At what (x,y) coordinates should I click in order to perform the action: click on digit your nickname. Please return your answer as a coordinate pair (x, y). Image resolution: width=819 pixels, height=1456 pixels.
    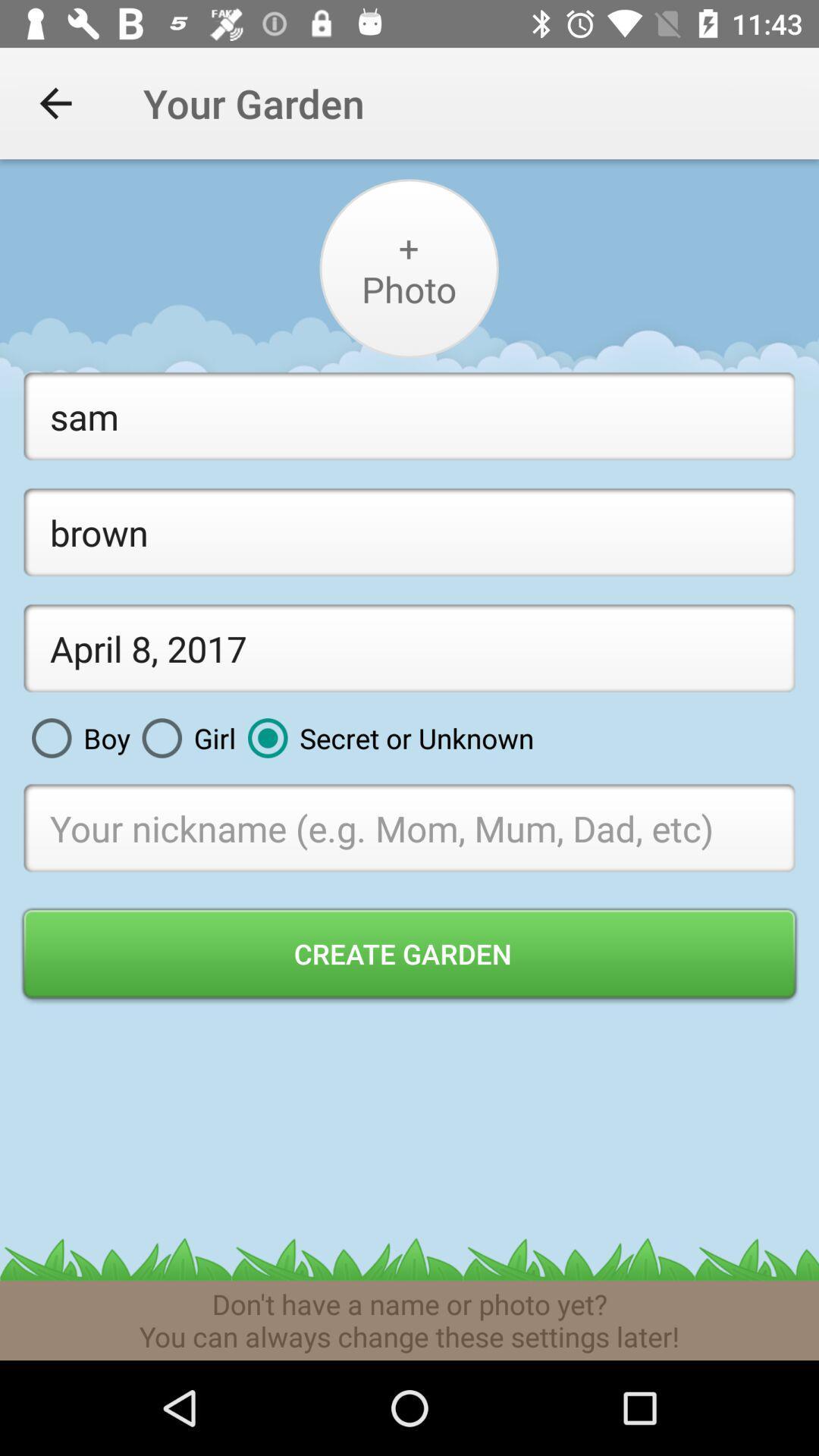
    Looking at the image, I should click on (409, 827).